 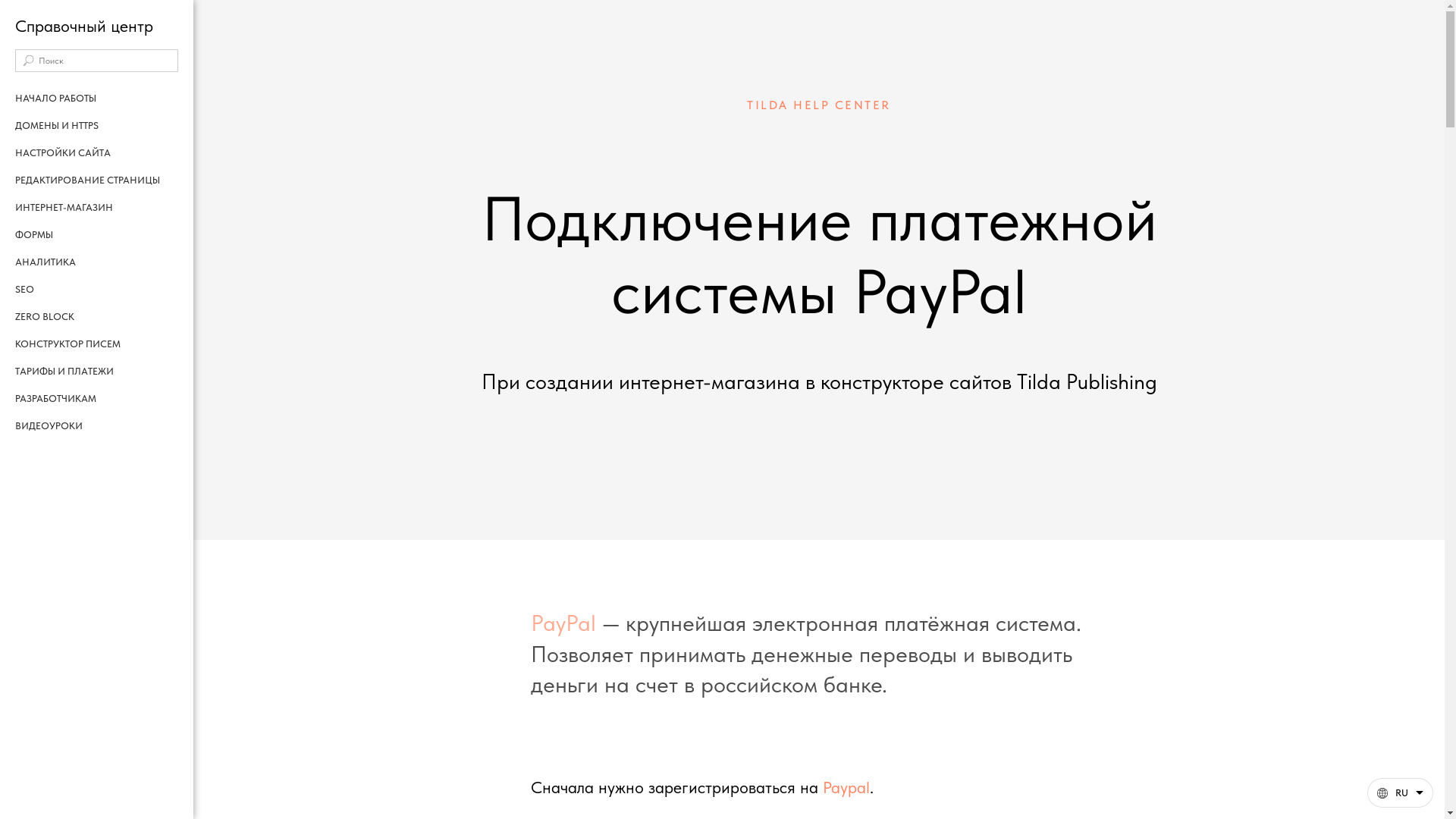 I want to click on 'PayPal', so click(x=531, y=623).